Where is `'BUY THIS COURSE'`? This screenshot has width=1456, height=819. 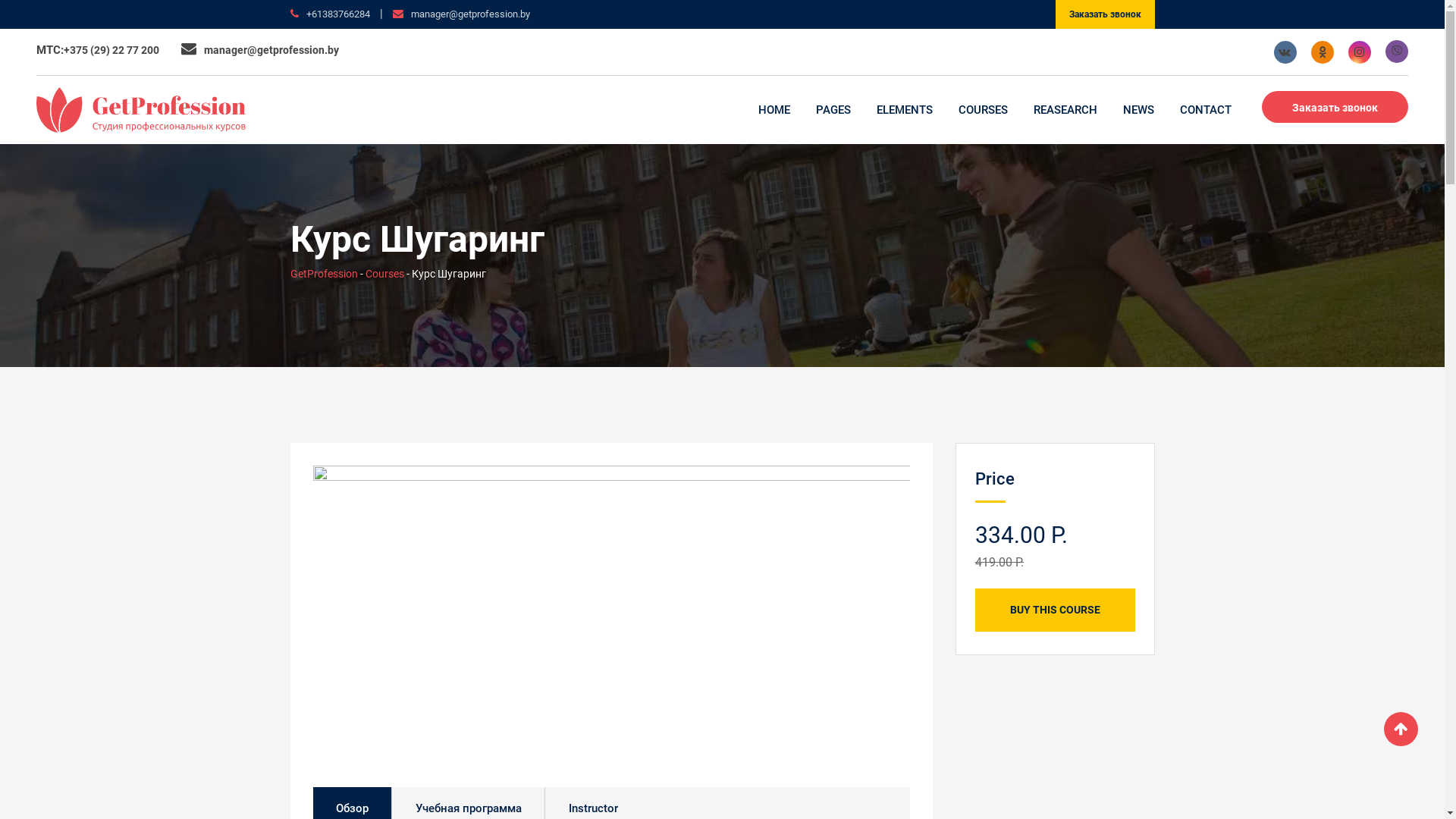
'BUY THIS COURSE' is located at coordinates (1054, 609).